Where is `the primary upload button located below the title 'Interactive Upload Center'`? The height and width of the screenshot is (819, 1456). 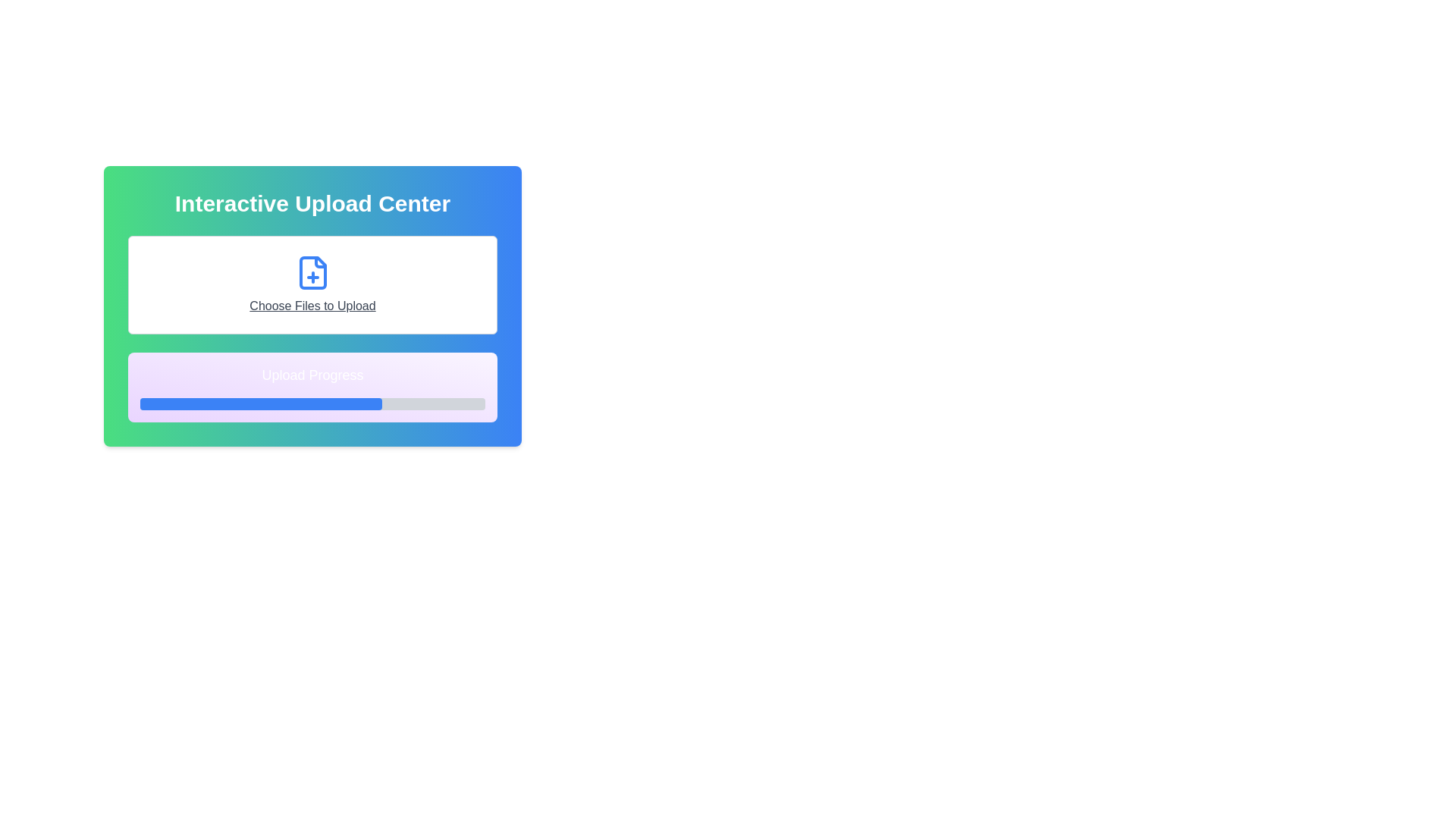 the primary upload button located below the title 'Interactive Upload Center' is located at coordinates (312, 284).